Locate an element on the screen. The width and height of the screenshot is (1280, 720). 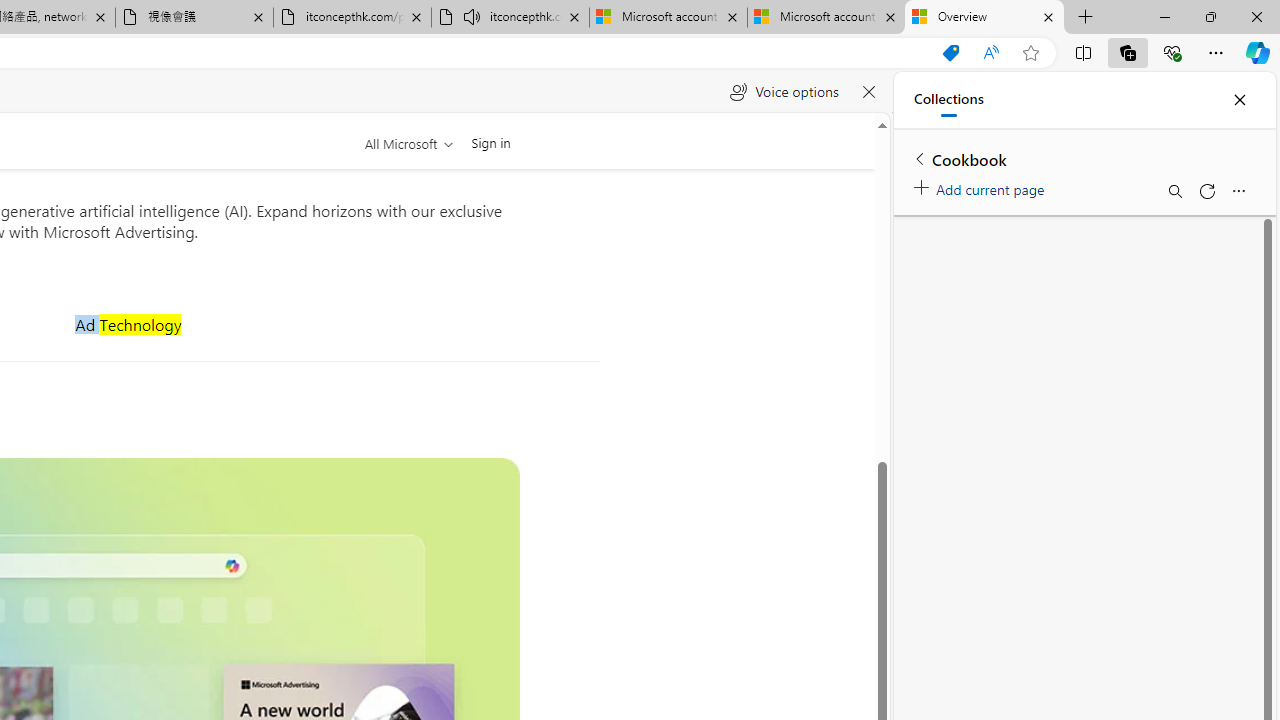
'Overview' is located at coordinates (984, 17).